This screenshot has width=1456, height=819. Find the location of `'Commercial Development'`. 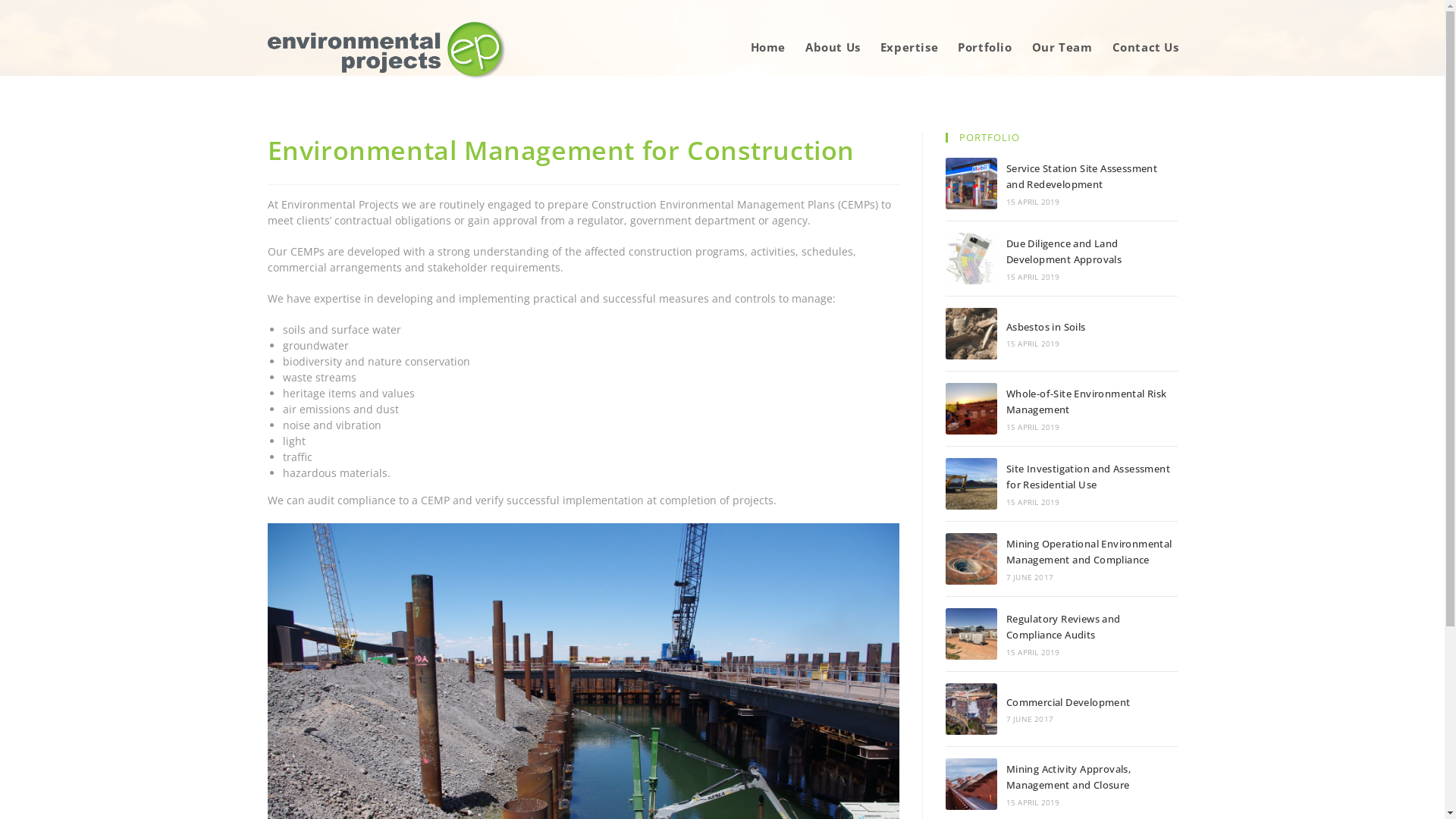

'Commercial Development' is located at coordinates (971, 708).